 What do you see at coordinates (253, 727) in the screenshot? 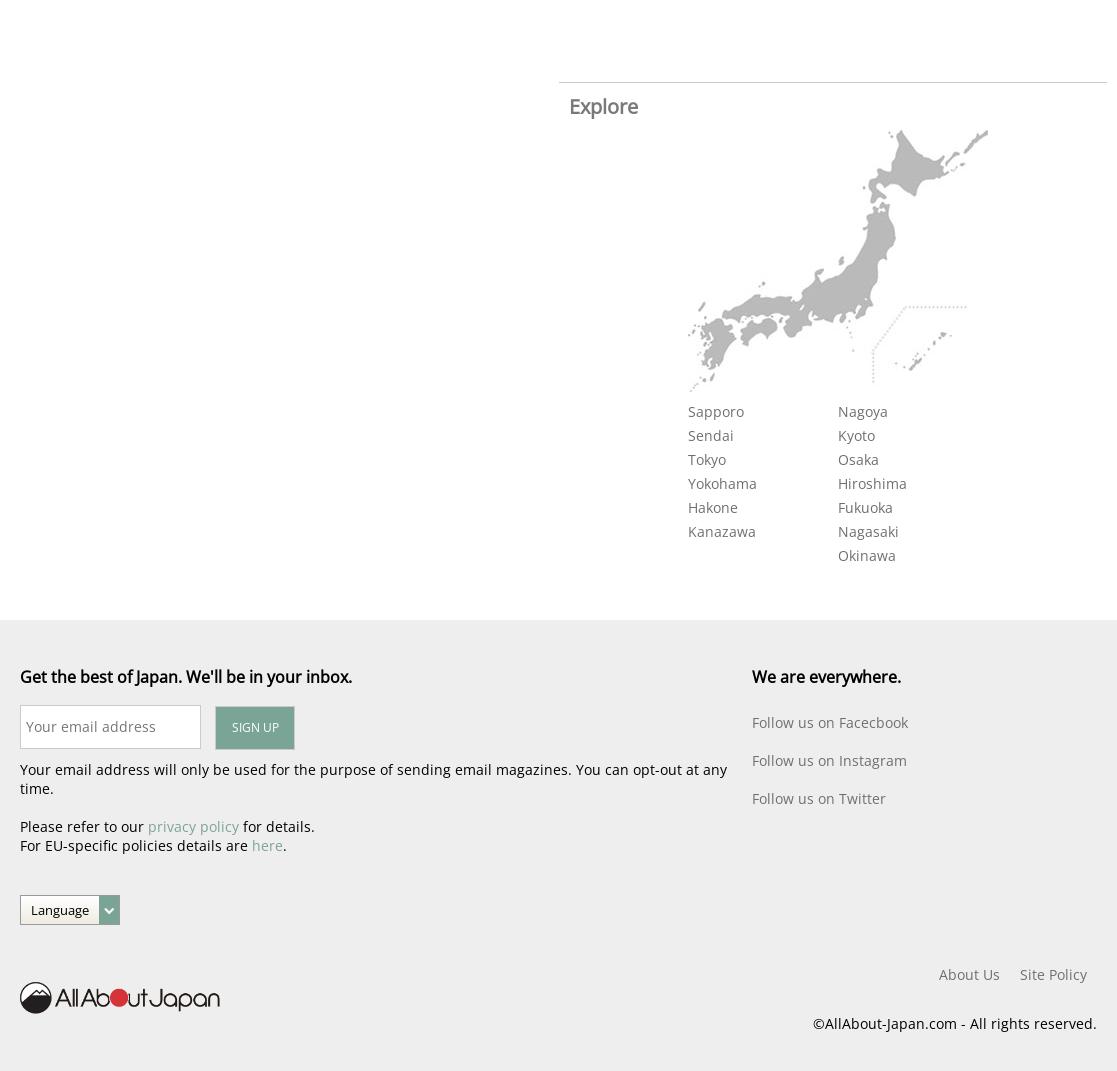
I see `'SIGN UP'` at bounding box center [253, 727].